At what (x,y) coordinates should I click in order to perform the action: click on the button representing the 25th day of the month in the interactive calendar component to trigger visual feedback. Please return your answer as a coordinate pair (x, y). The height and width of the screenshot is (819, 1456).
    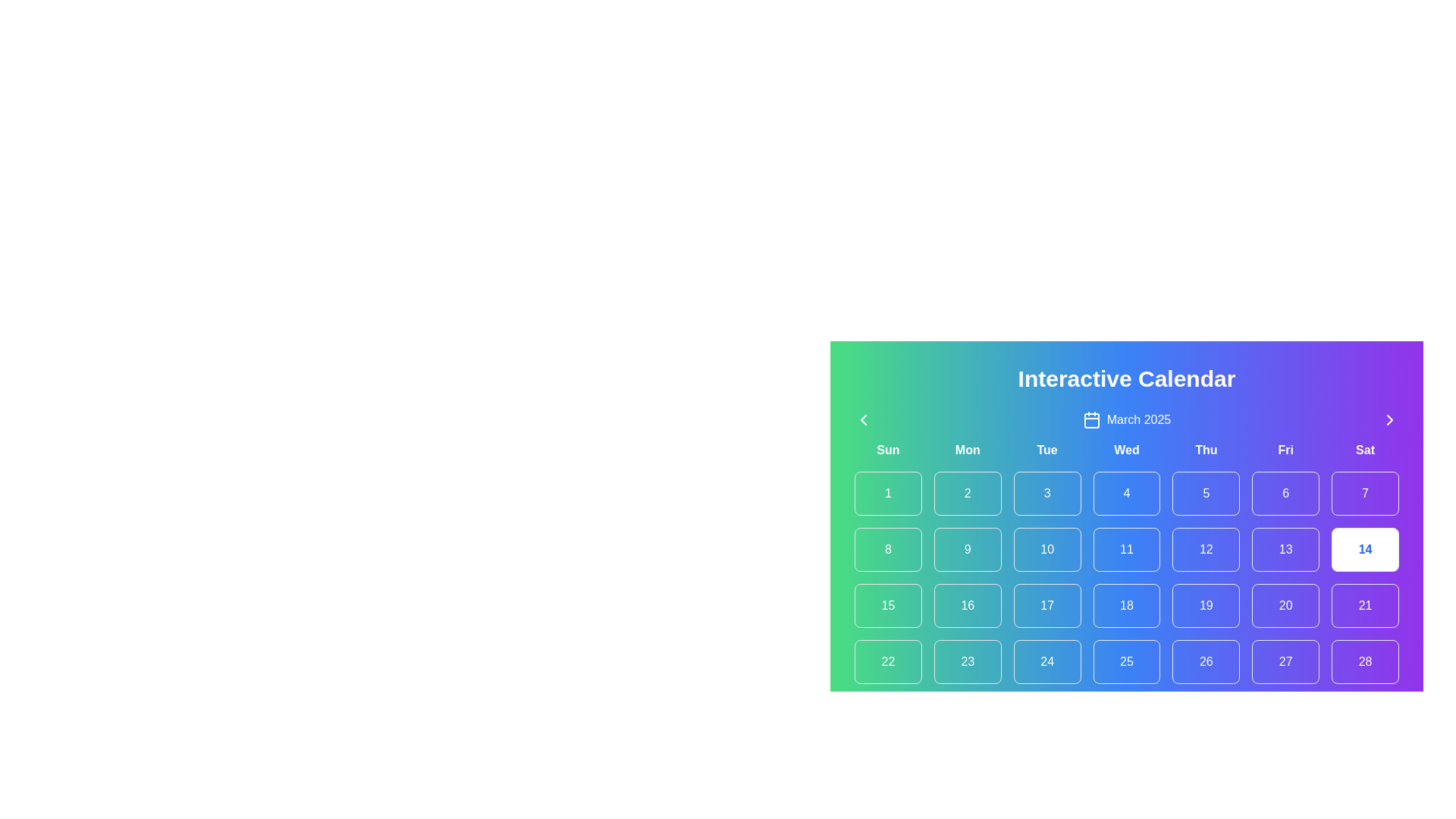
    Looking at the image, I should click on (1127, 661).